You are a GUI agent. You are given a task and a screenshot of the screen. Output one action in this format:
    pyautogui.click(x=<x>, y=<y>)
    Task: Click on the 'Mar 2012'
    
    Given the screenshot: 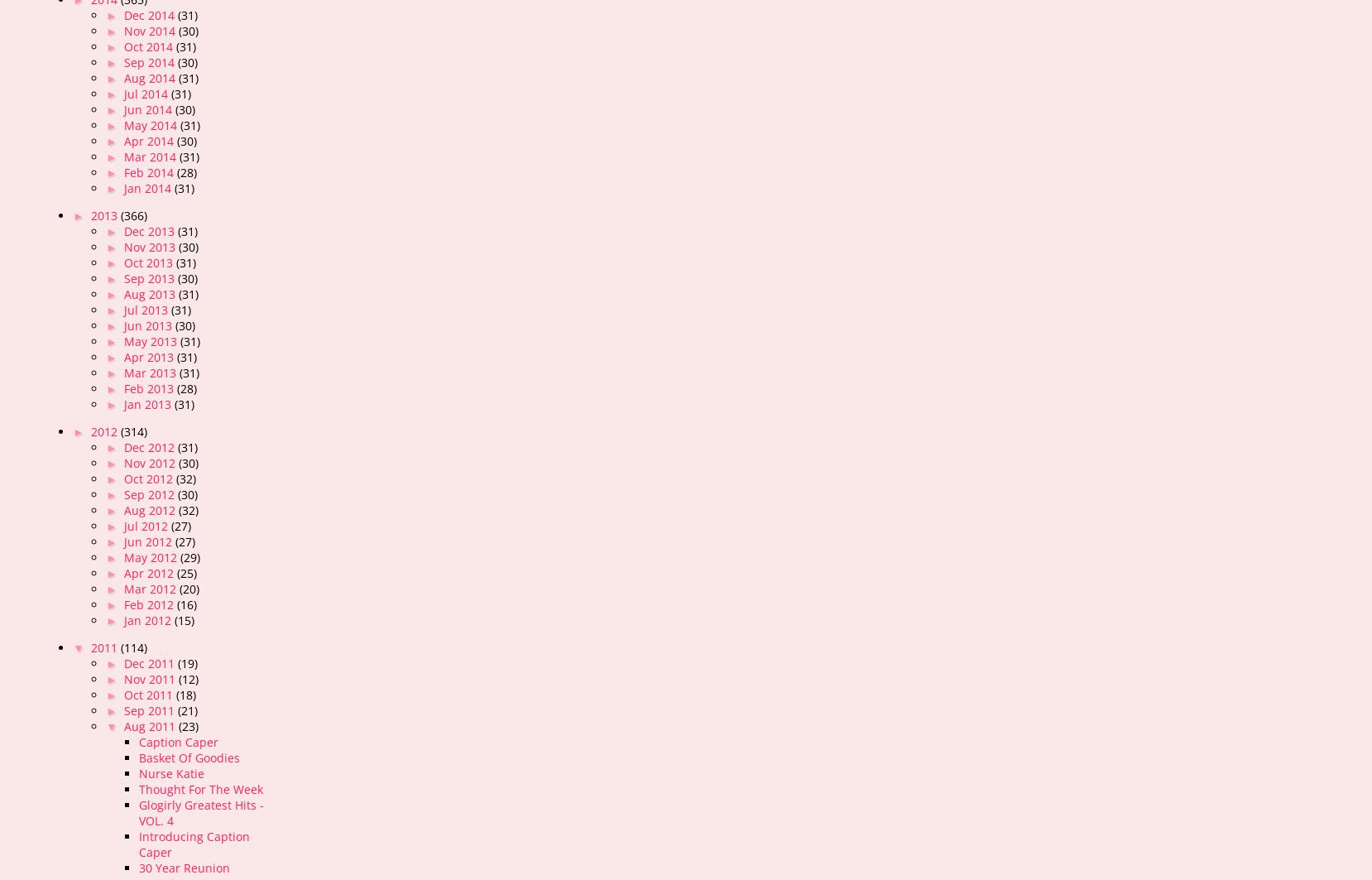 What is the action you would take?
    pyautogui.click(x=151, y=588)
    